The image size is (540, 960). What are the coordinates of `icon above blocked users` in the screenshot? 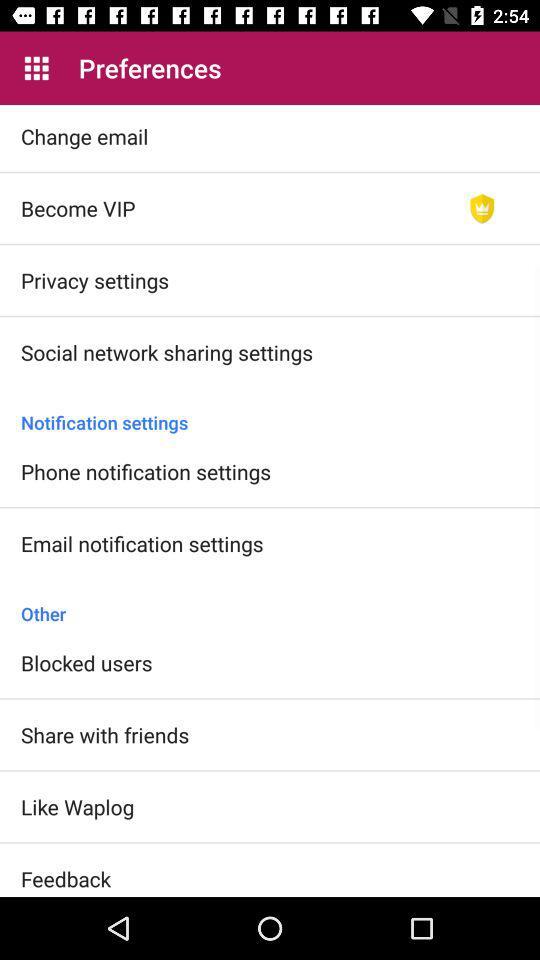 It's located at (270, 602).